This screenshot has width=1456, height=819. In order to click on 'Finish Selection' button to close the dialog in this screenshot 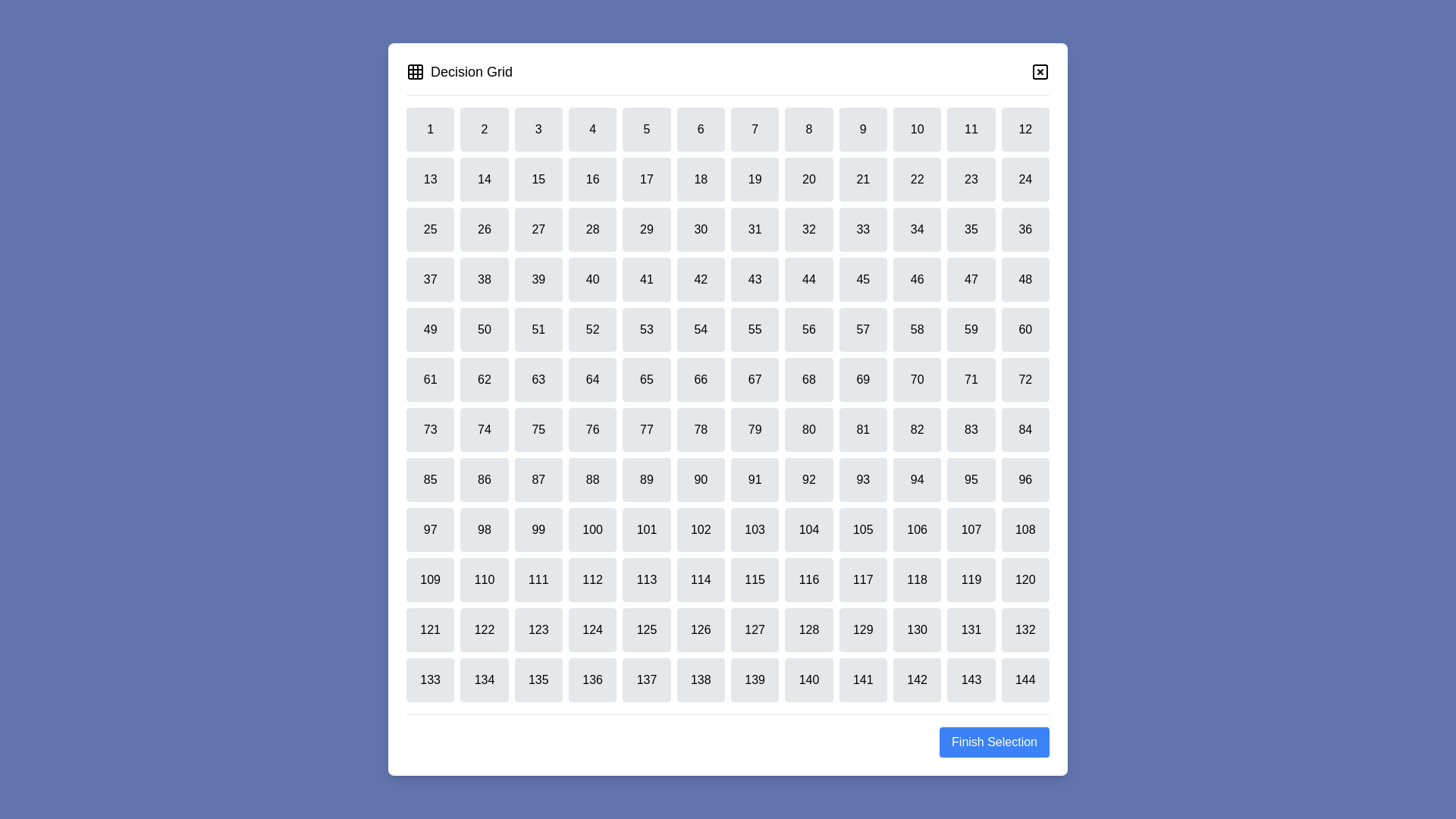, I will do `click(993, 742)`.